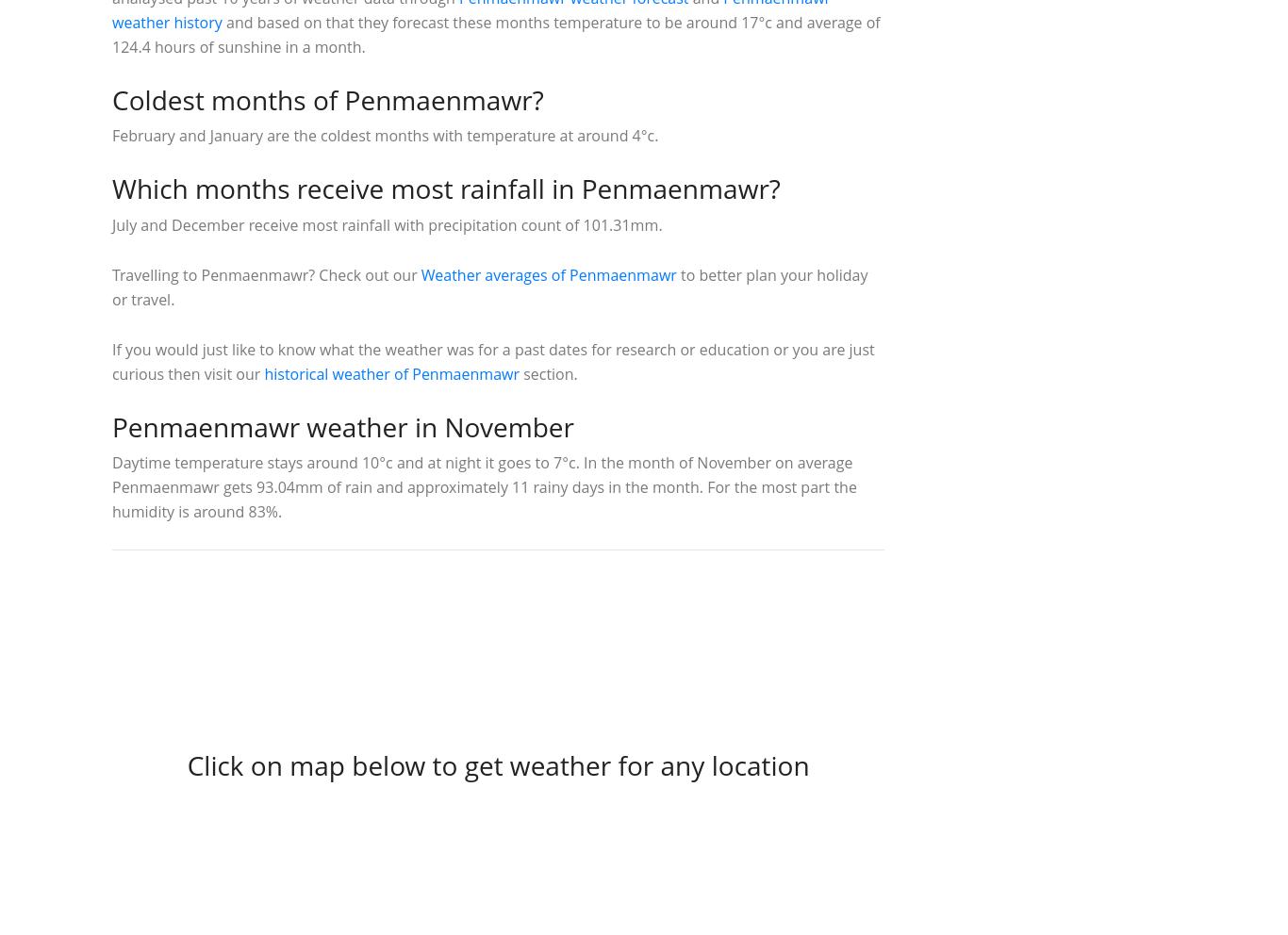 This screenshot has width=1288, height=935. I want to click on 'Travelling to Penmaenmawr? Check out our', so click(110, 273).